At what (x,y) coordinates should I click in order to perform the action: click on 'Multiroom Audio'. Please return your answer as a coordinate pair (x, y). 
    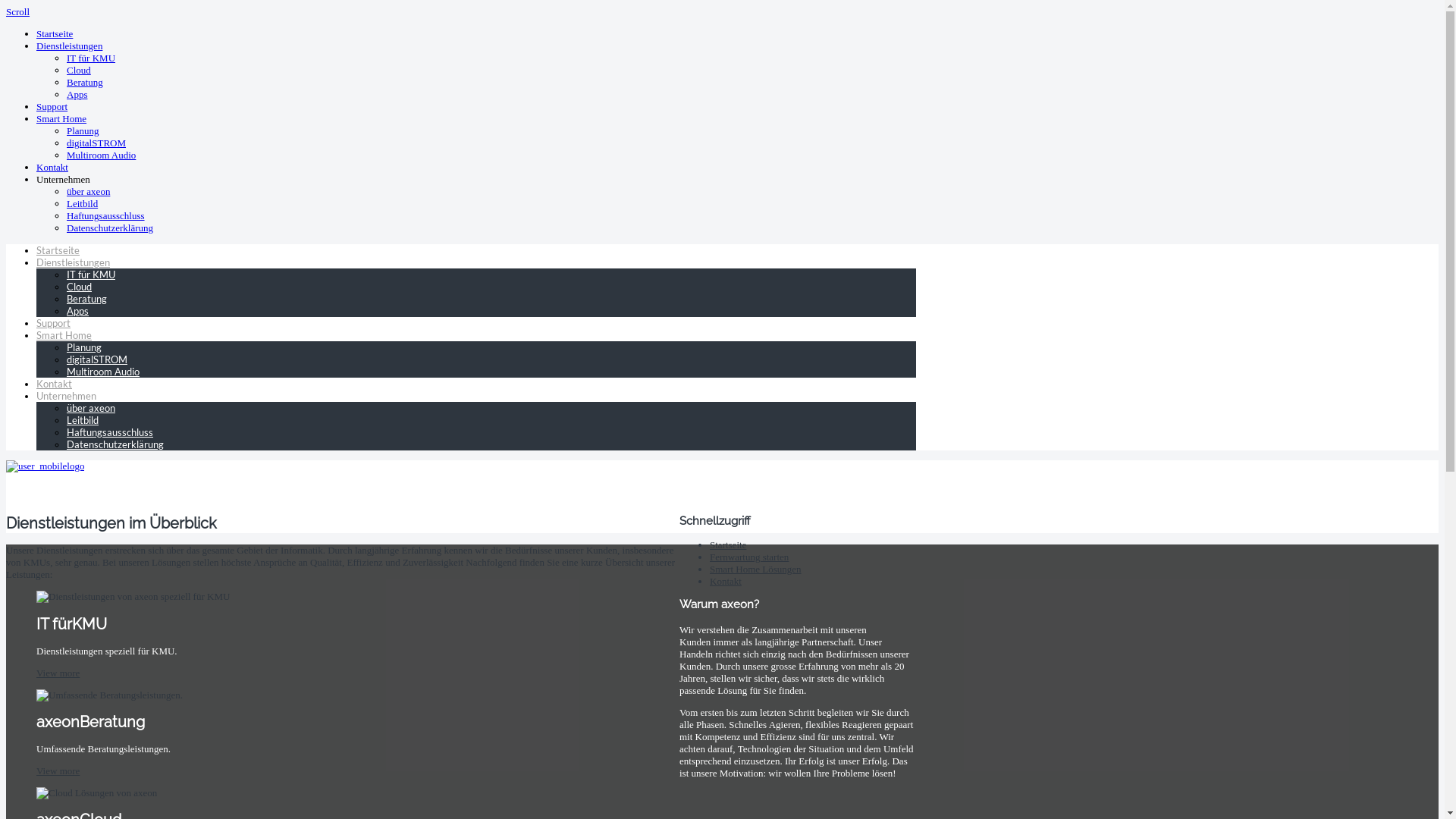
    Looking at the image, I should click on (100, 155).